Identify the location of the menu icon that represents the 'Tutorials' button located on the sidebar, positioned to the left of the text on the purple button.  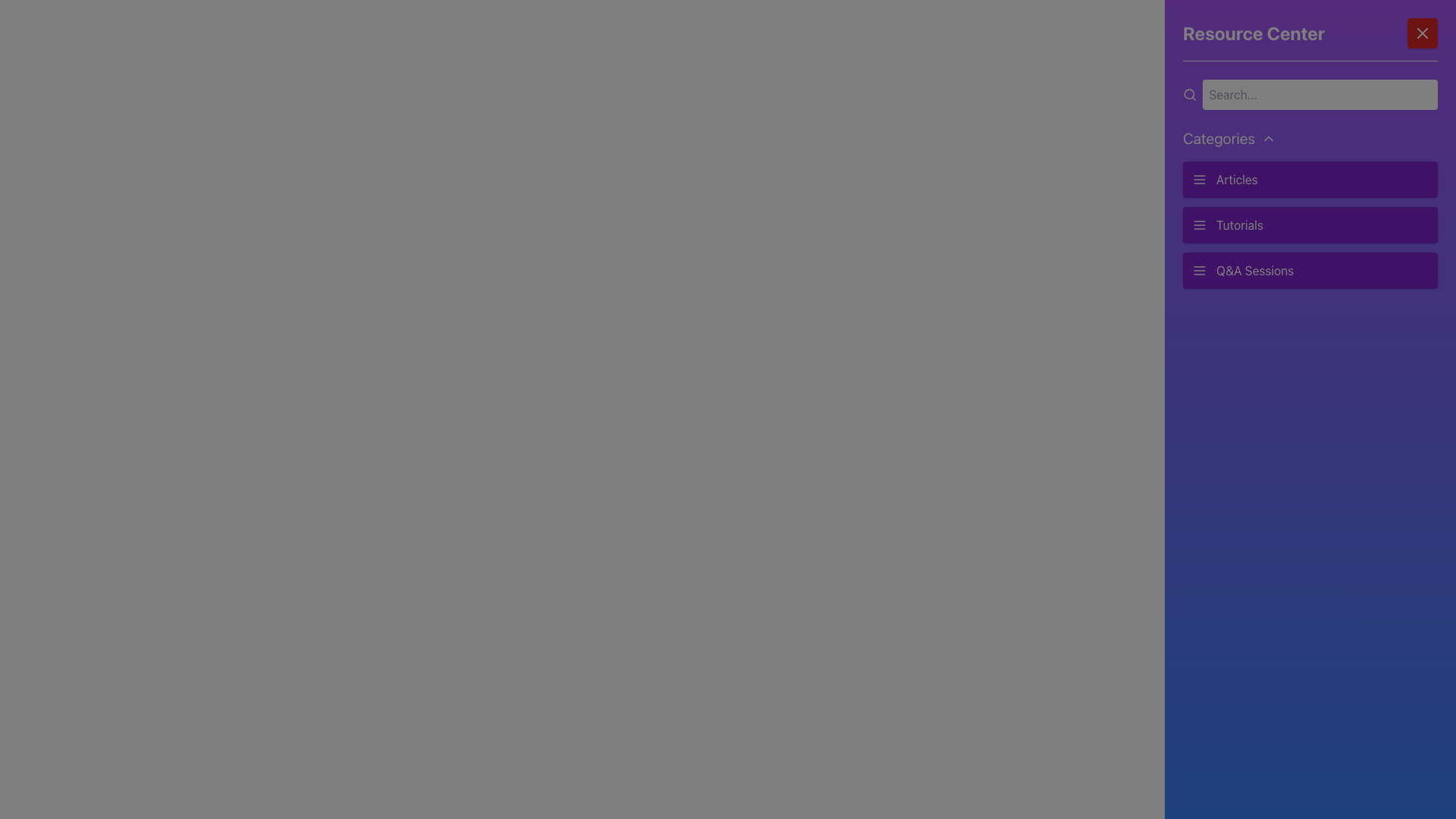
(1199, 225).